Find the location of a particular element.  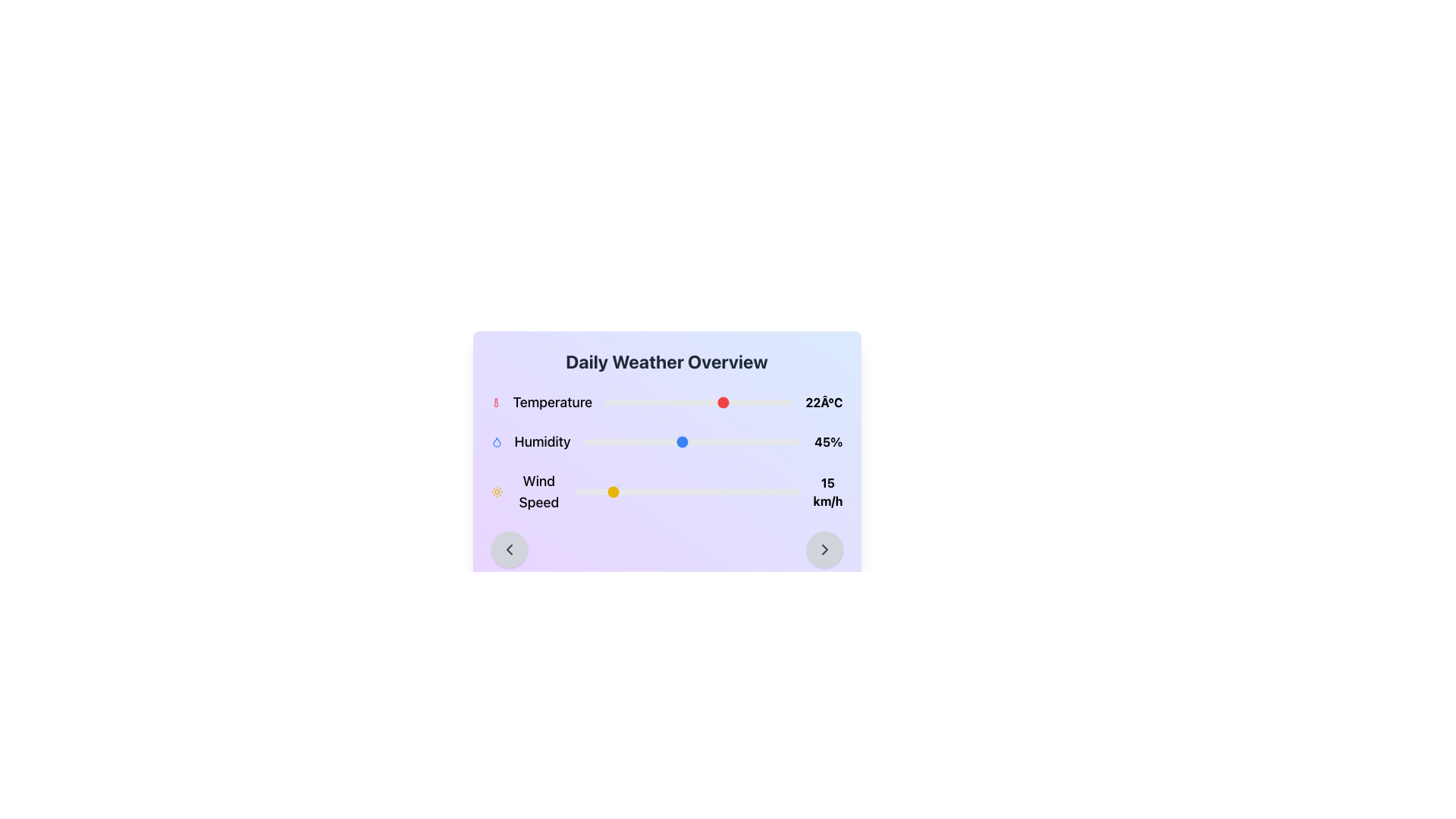

the text display showing '15 km/h' which is located at the end of the 'Wind Speed' slider, positioned on the far right side of the group is located at coordinates (827, 491).